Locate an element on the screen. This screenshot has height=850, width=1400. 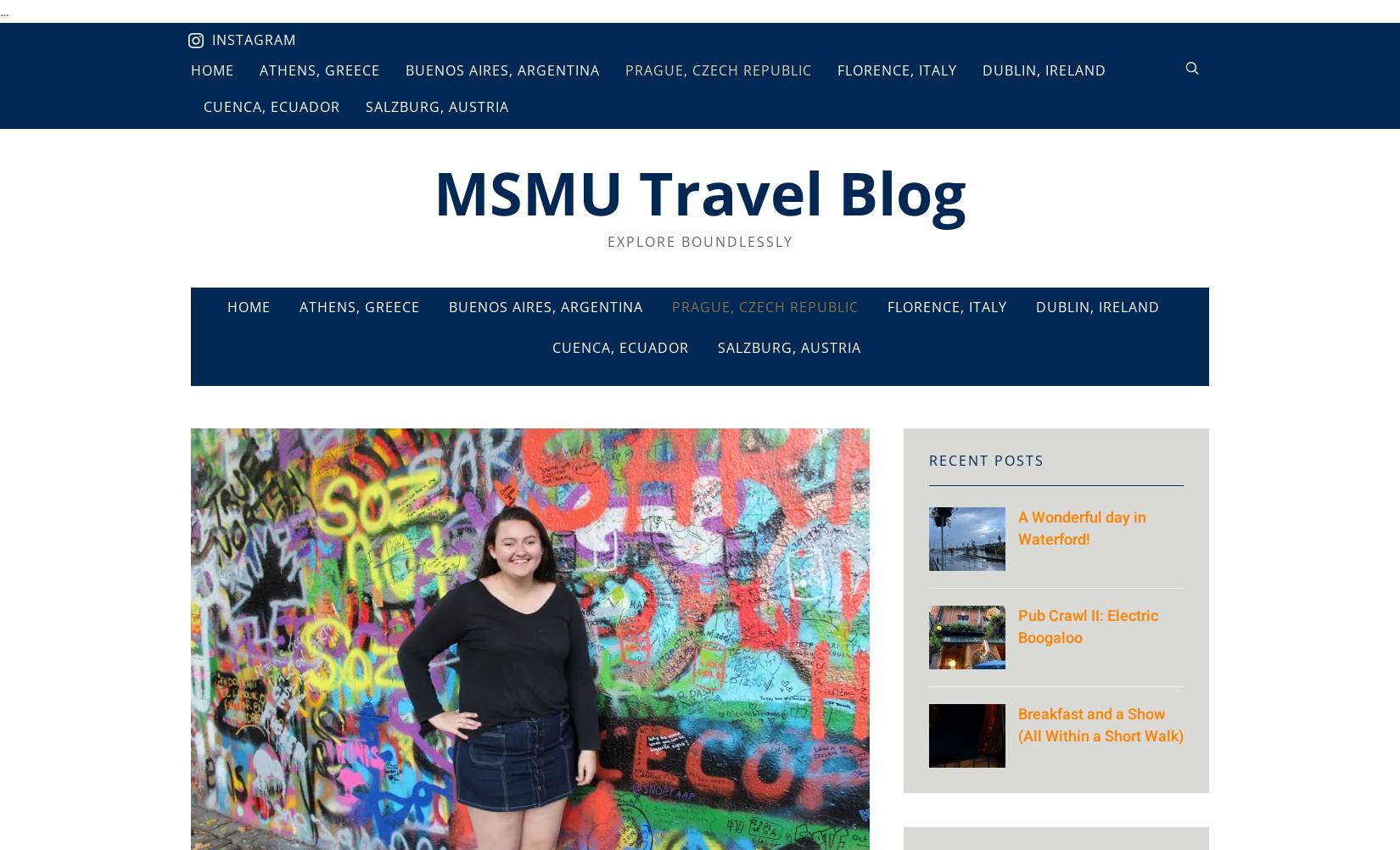
'Cuenca, Ecuador' is located at coordinates (619, 347).